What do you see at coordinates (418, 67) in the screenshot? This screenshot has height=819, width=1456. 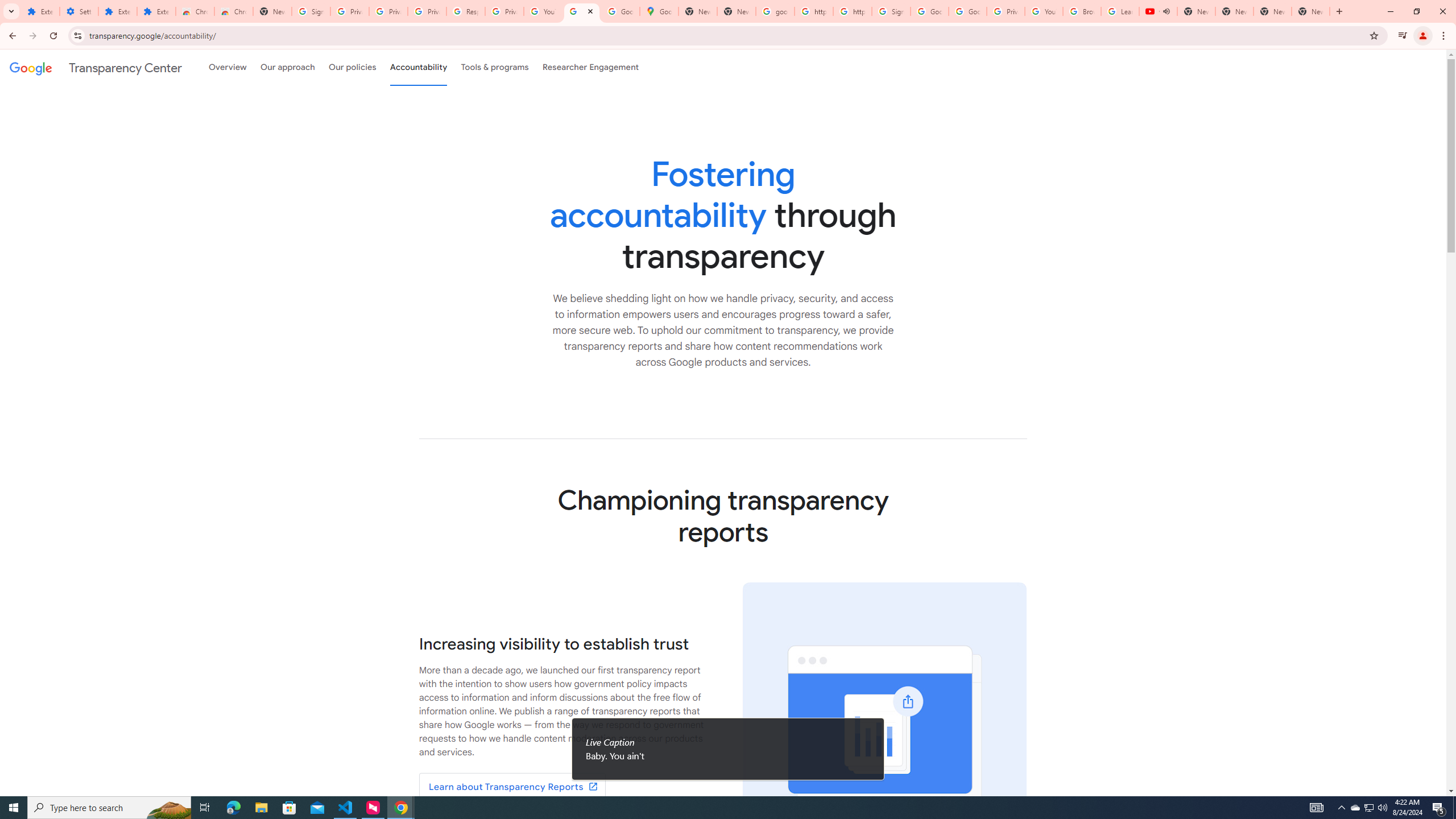 I see `'Accountability'` at bounding box center [418, 67].